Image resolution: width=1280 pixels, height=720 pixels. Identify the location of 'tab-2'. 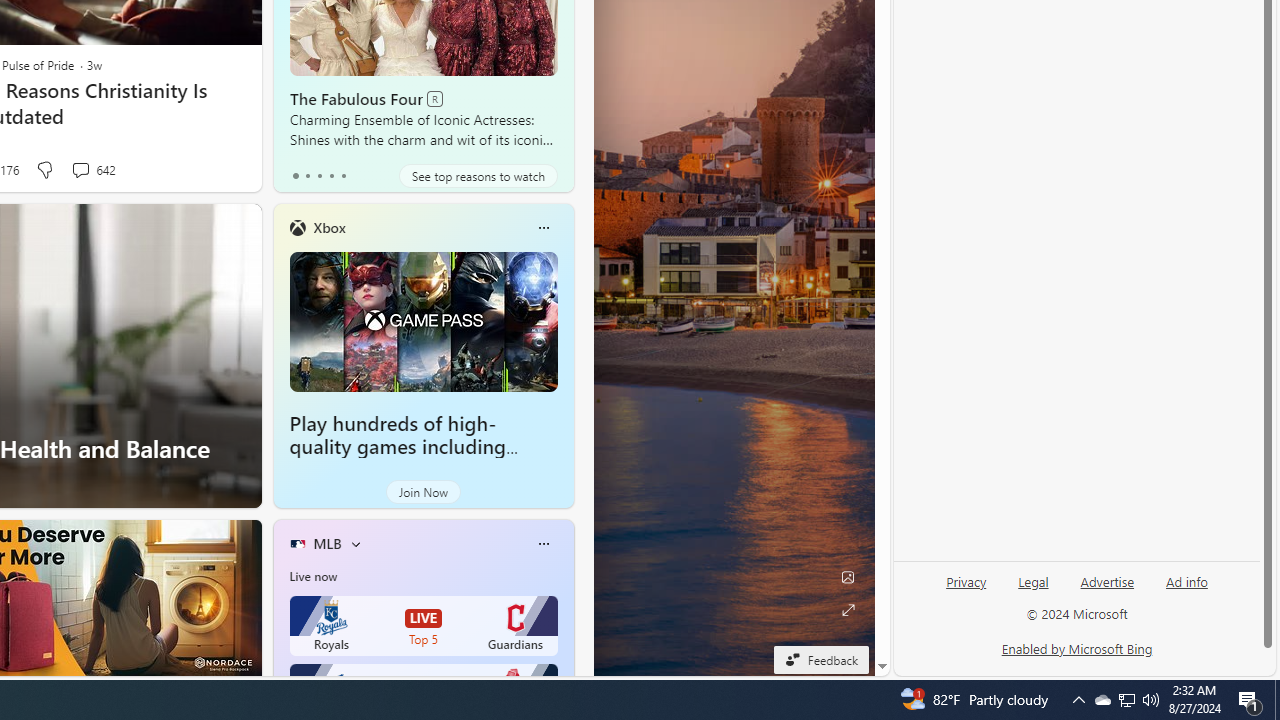
(320, 175).